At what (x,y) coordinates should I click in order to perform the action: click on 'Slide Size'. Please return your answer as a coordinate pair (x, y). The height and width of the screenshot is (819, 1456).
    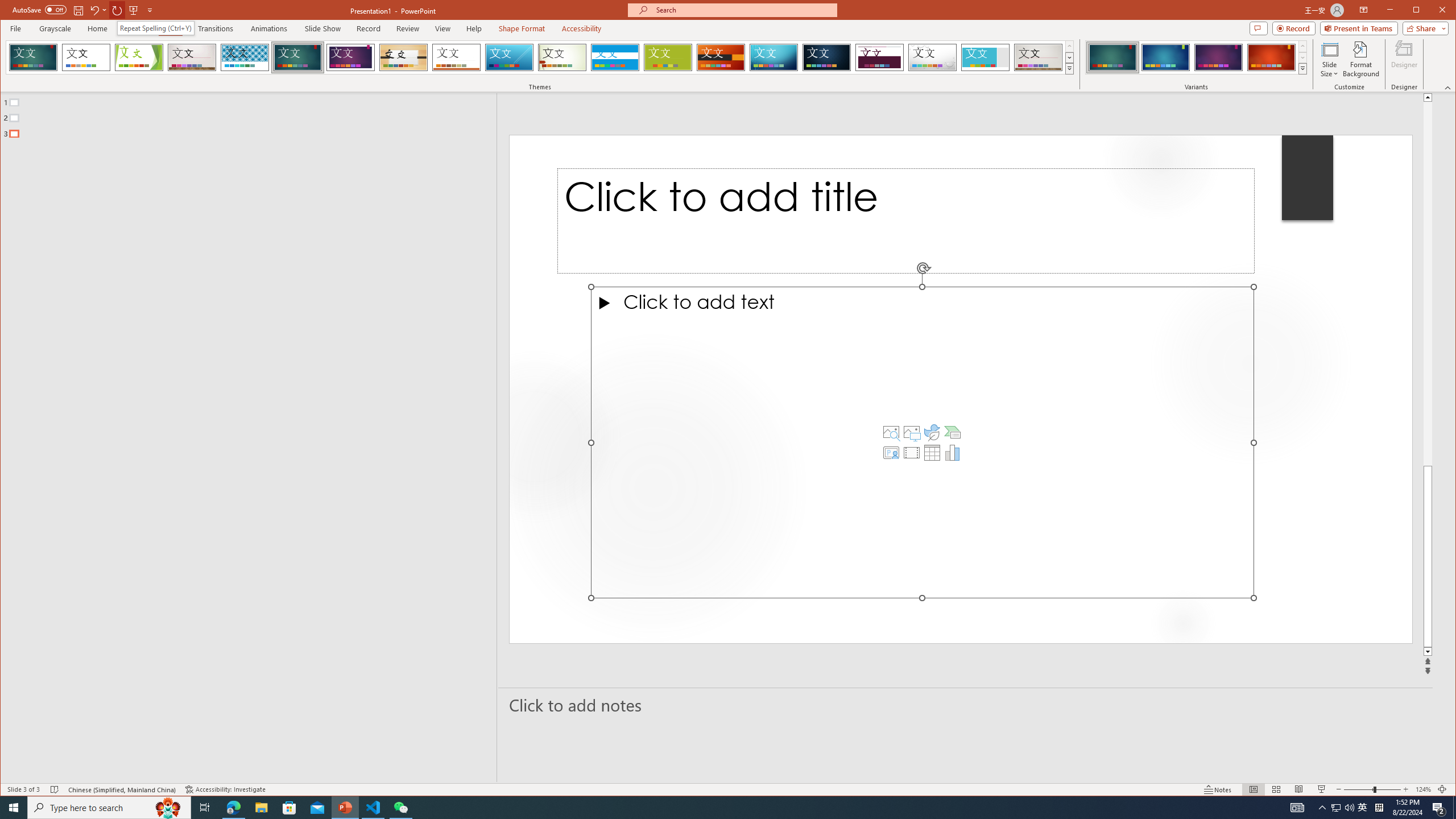
    Looking at the image, I should click on (1329, 59).